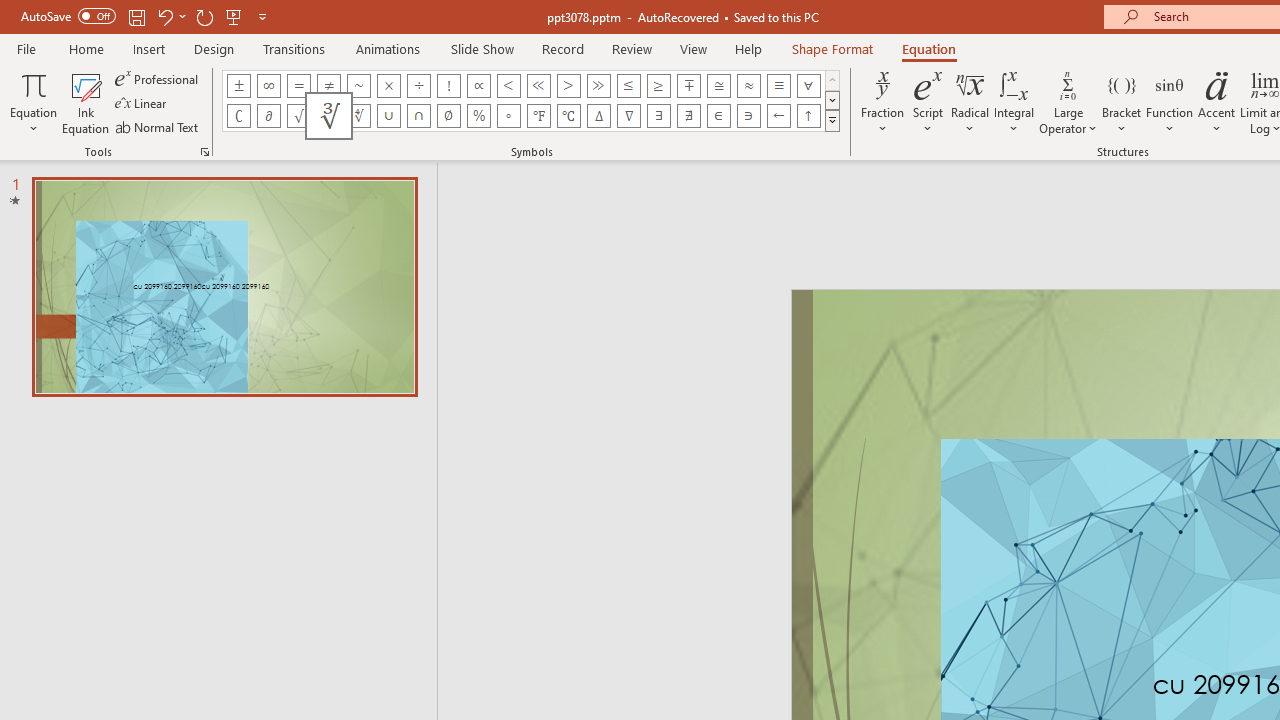  Describe the element at coordinates (747, 85) in the screenshot. I see `'Equation Symbol Almost Equal To (Asymptotic To)'` at that location.